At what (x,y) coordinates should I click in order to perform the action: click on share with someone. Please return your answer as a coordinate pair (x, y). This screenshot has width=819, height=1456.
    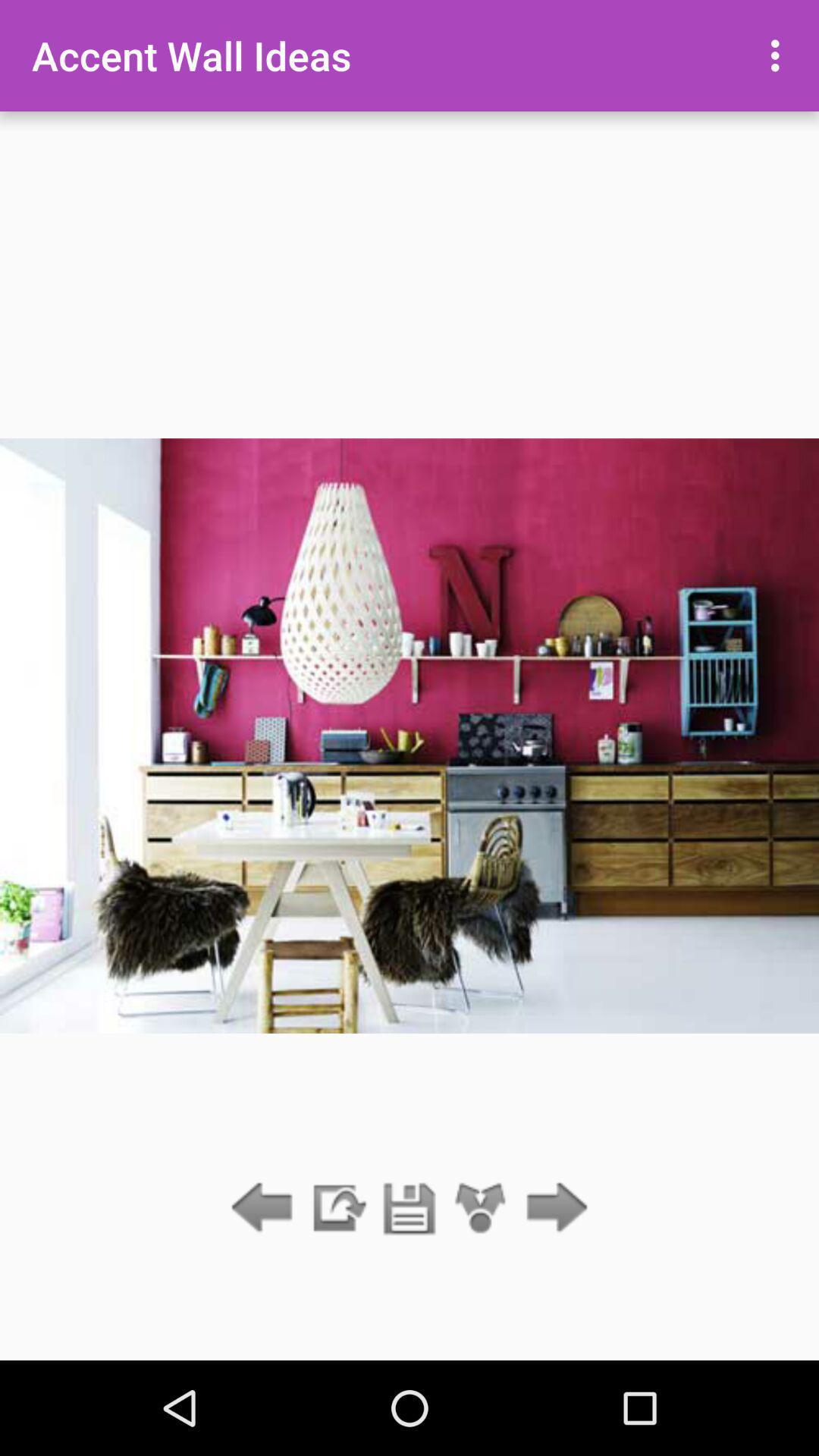
    Looking at the image, I should click on (481, 1208).